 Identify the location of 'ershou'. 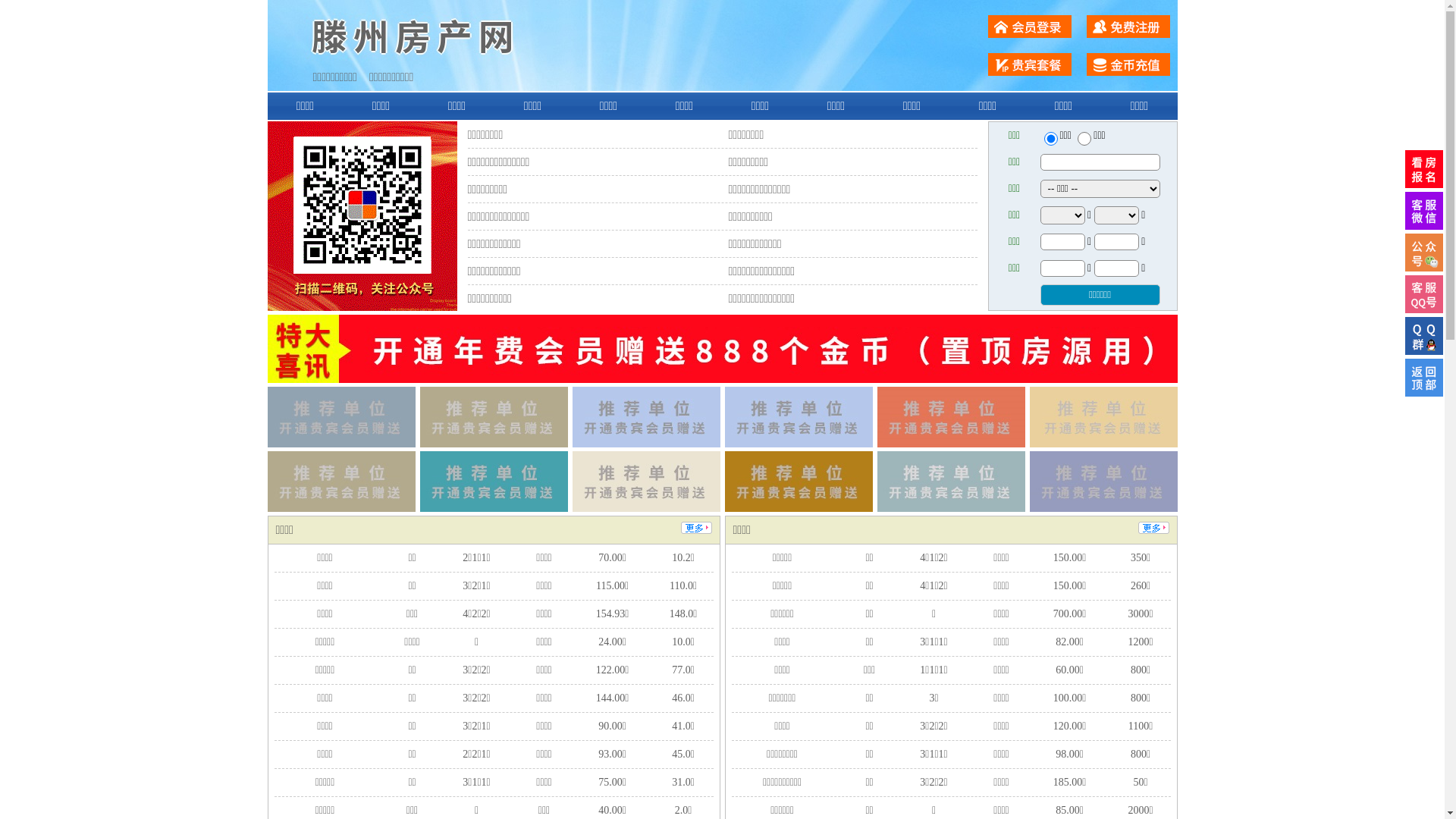
(1050, 138).